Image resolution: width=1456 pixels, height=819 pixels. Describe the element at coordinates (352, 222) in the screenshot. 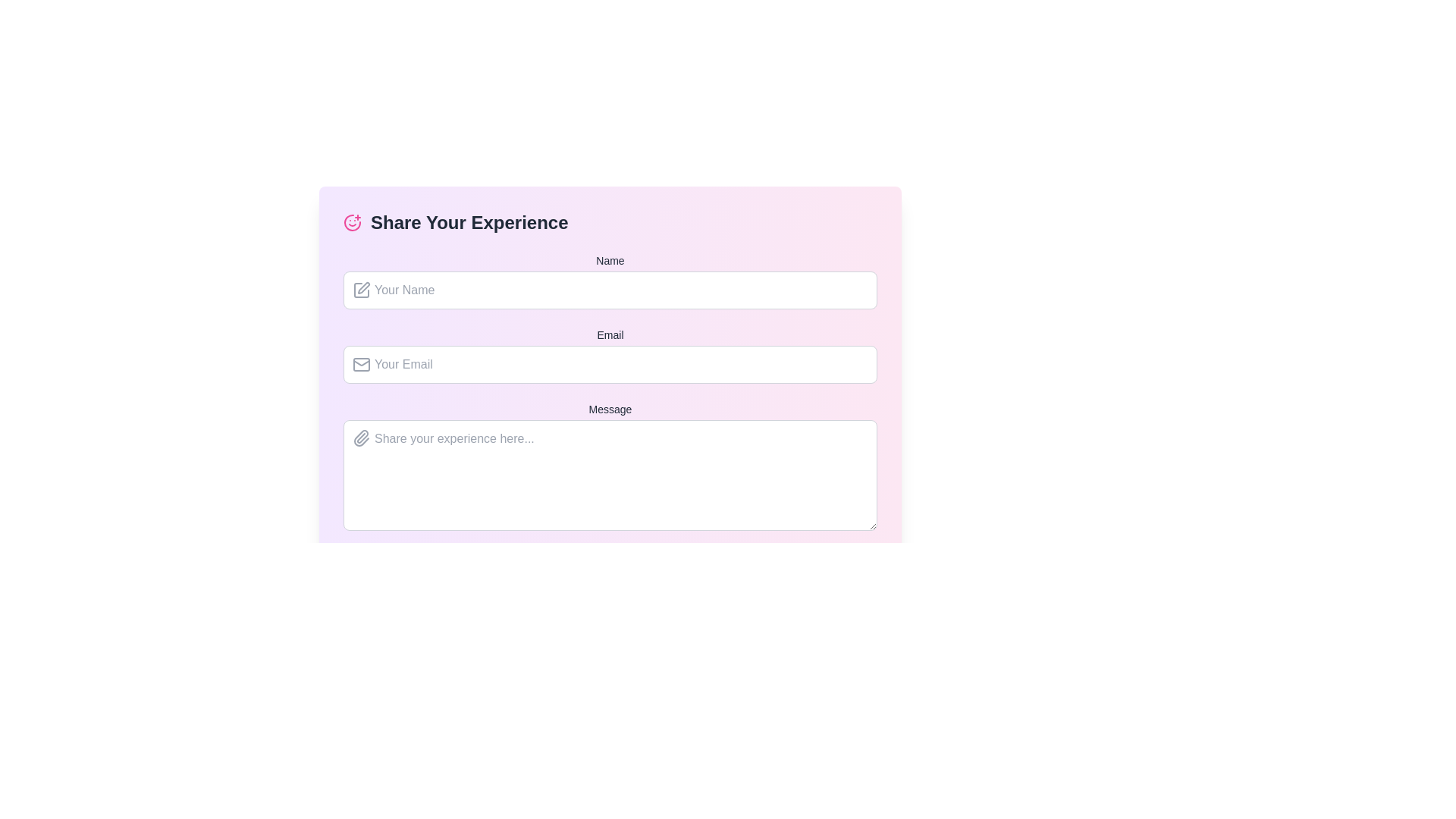

I see `the pink circular icon with a smiling face and a plus sign, positioned to the left of the text 'Share Your Experience.'` at that location.